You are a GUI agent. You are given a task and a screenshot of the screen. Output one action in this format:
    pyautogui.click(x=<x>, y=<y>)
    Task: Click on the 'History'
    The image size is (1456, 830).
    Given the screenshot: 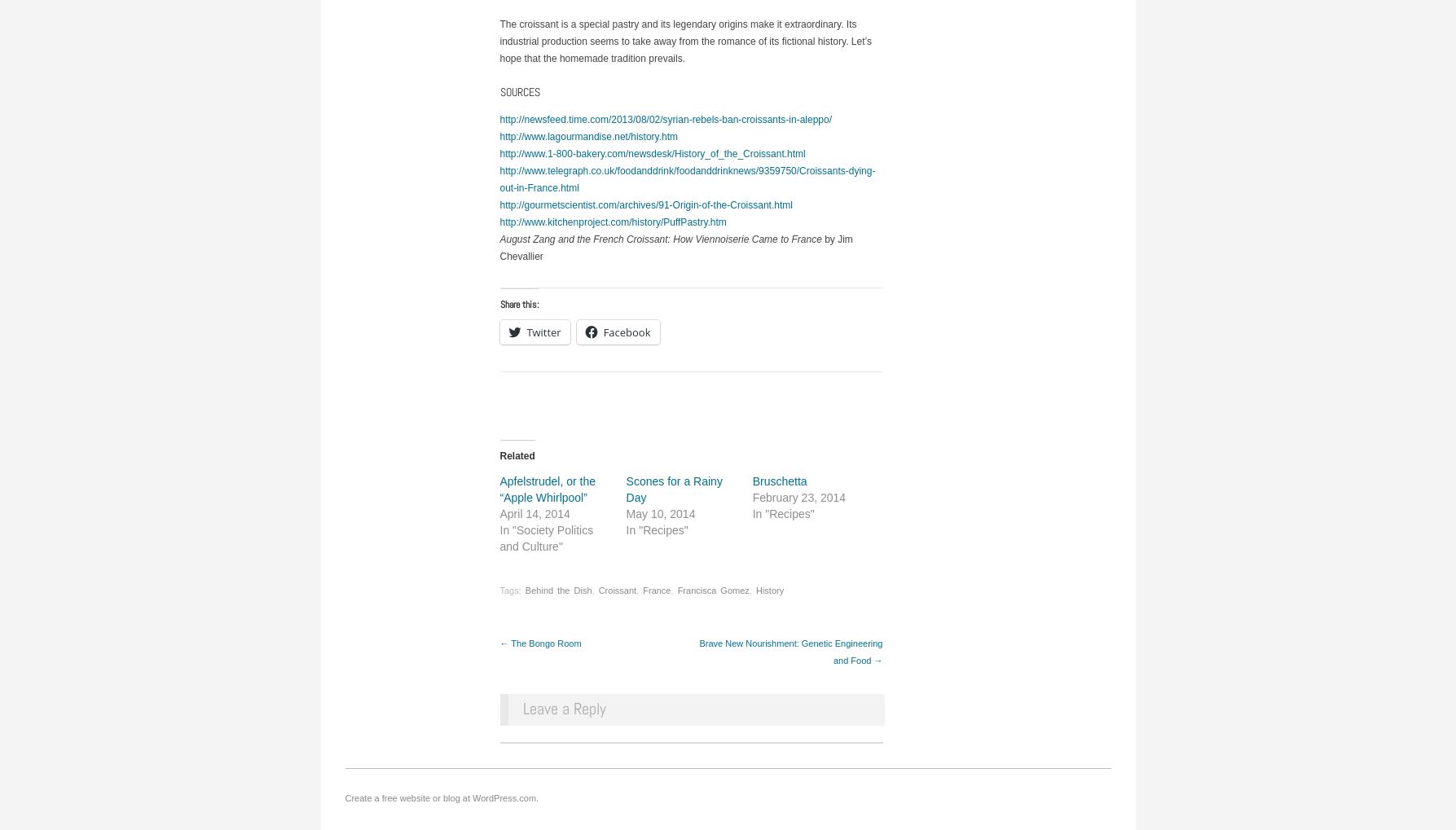 What is the action you would take?
    pyautogui.click(x=768, y=589)
    